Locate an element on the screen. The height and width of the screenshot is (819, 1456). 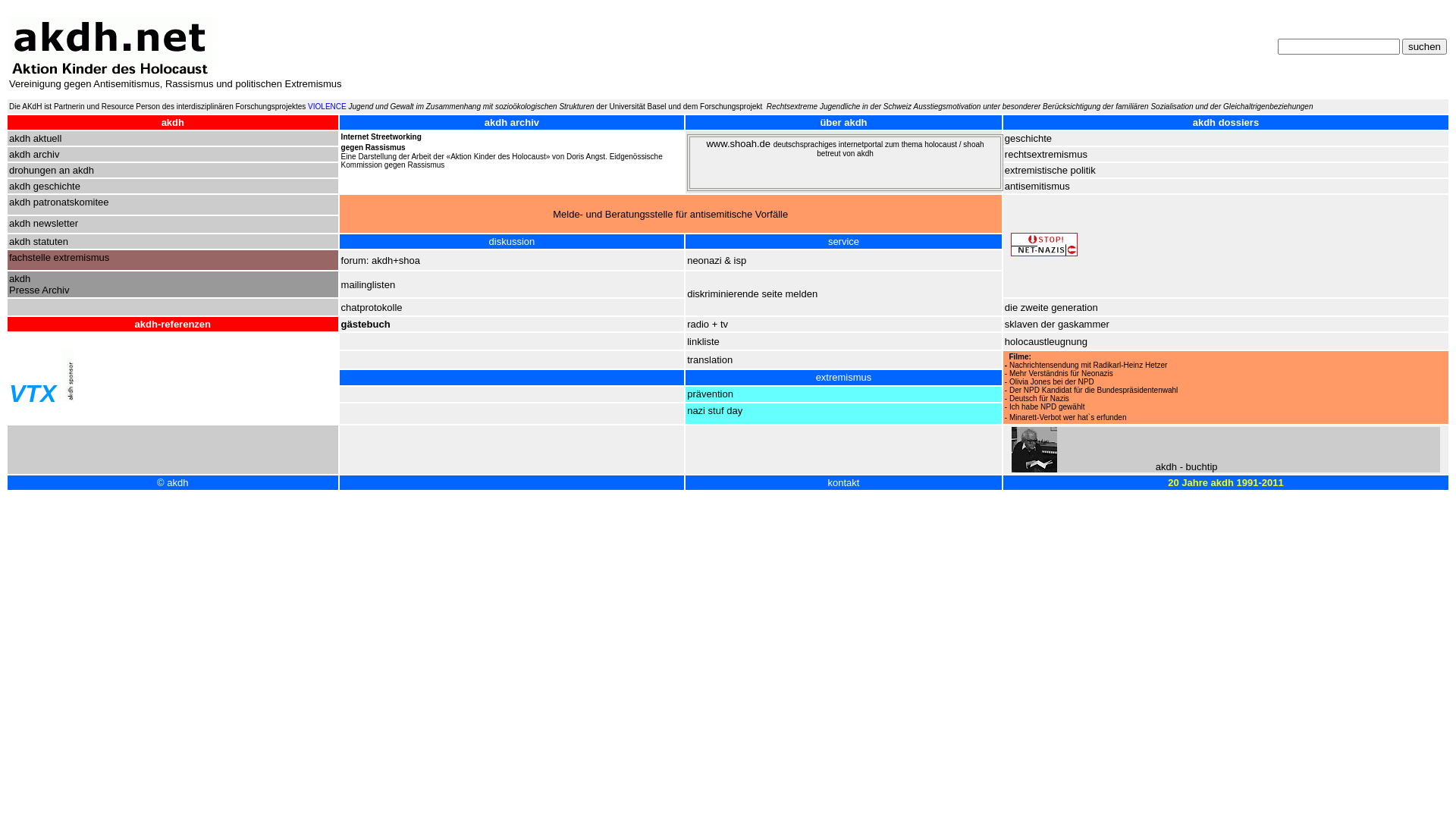
'VIOLENCE' is located at coordinates (326, 105).